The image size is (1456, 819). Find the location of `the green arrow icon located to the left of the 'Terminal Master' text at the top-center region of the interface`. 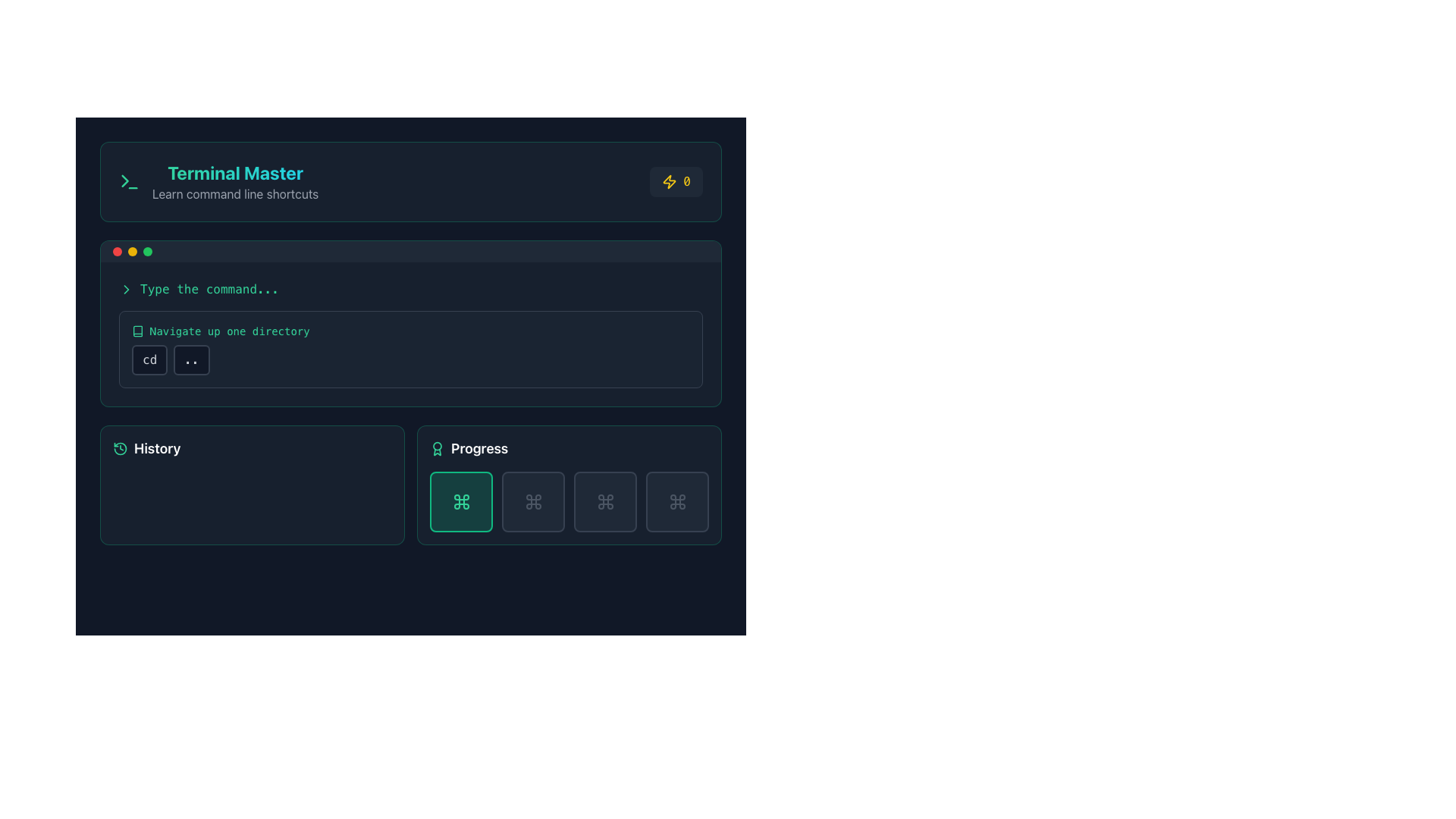

the green arrow icon located to the left of the 'Terminal Master' text at the top-center region of the interface is located at coordinates (130, 180).